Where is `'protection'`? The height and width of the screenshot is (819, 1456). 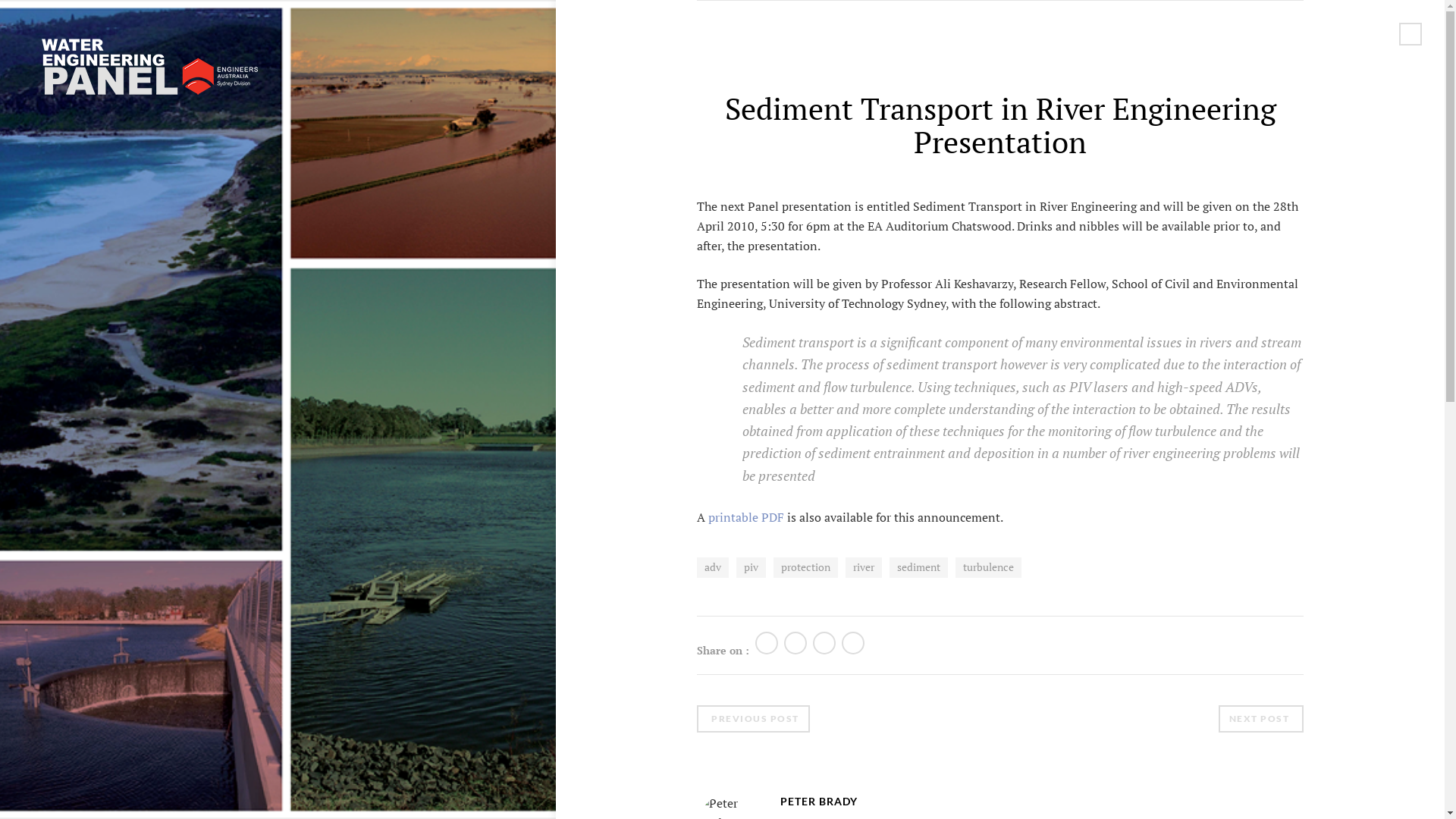 'protection' is located at coordinates (805, 567).